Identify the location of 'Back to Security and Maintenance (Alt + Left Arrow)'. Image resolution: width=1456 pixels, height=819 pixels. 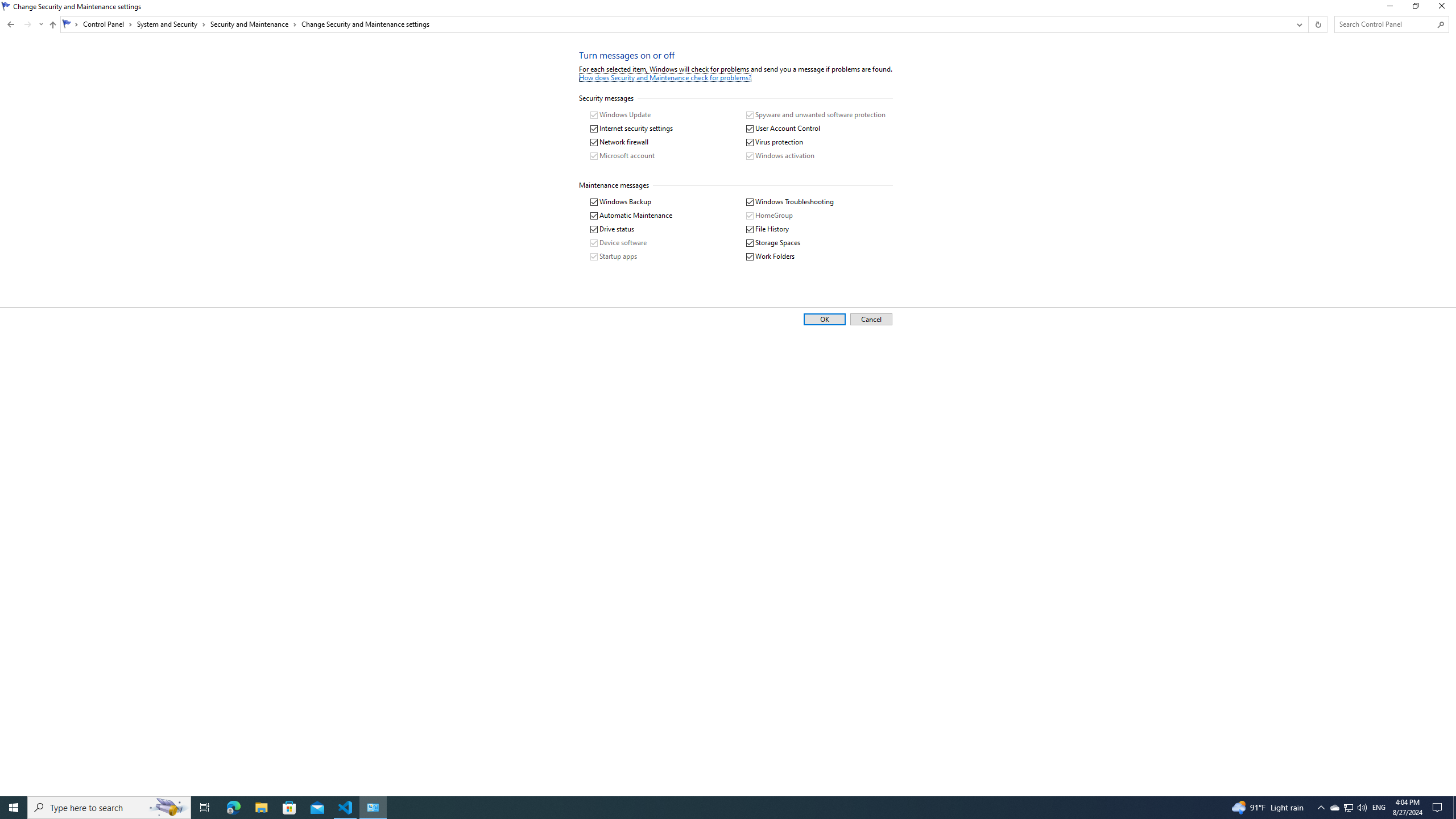
(11, 24).